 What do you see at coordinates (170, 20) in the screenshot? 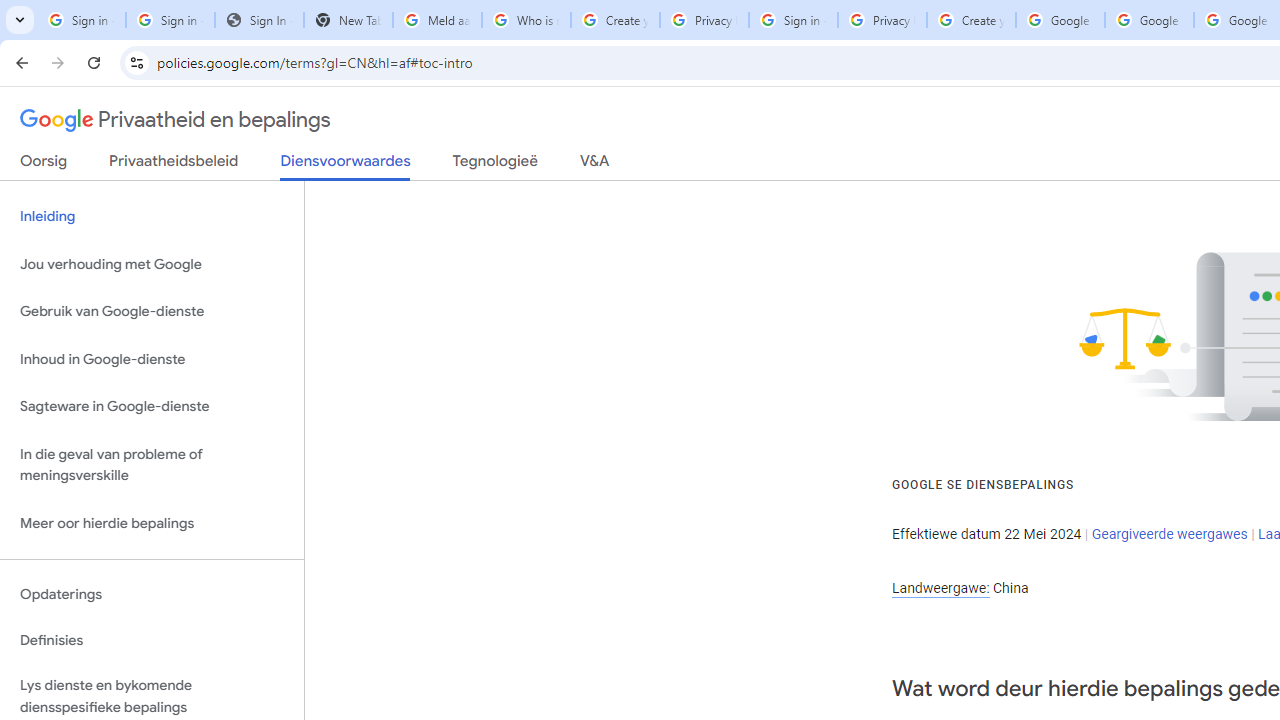
I see `'Sign in - Google Accounts'` at bounding box center [170, 20].